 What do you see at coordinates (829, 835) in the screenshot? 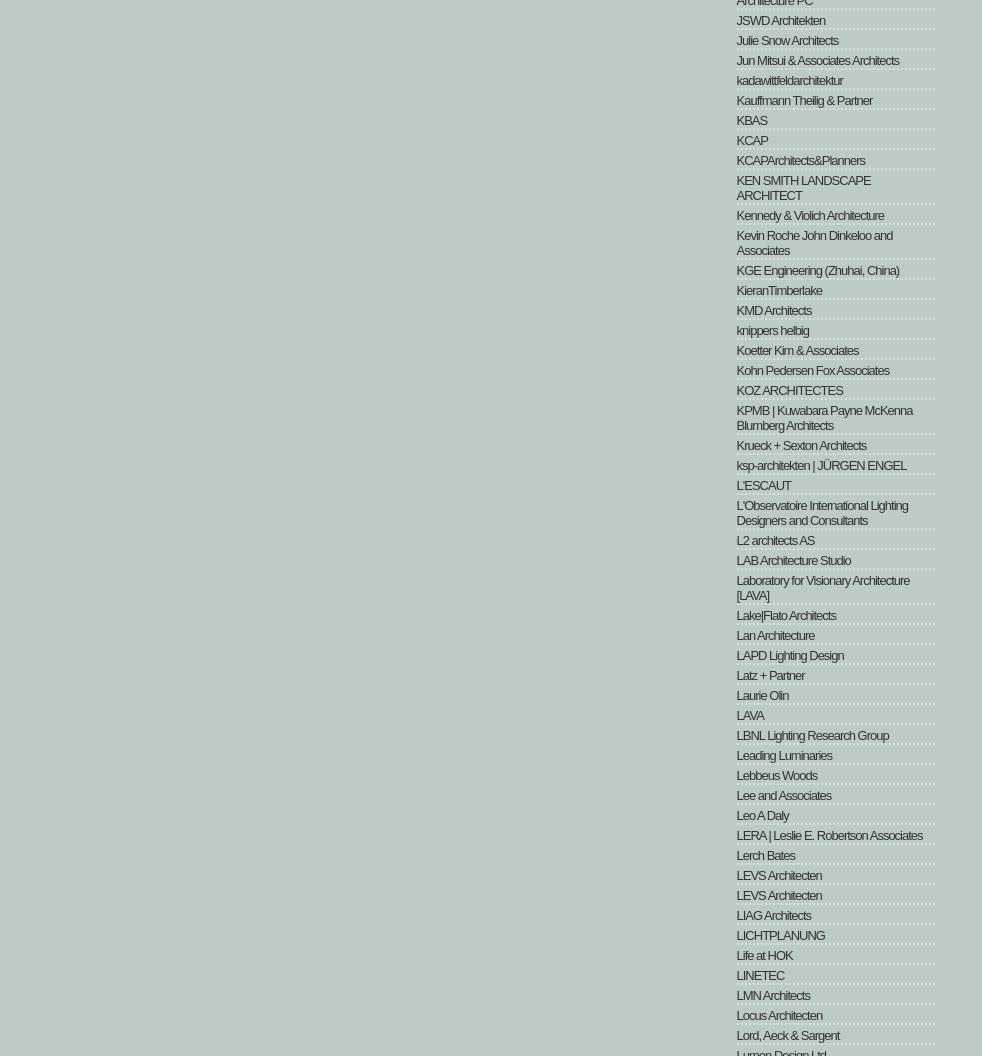
I see `'LERA | Leslie E. Robertson Associates'` at bounding box center [829, 835].